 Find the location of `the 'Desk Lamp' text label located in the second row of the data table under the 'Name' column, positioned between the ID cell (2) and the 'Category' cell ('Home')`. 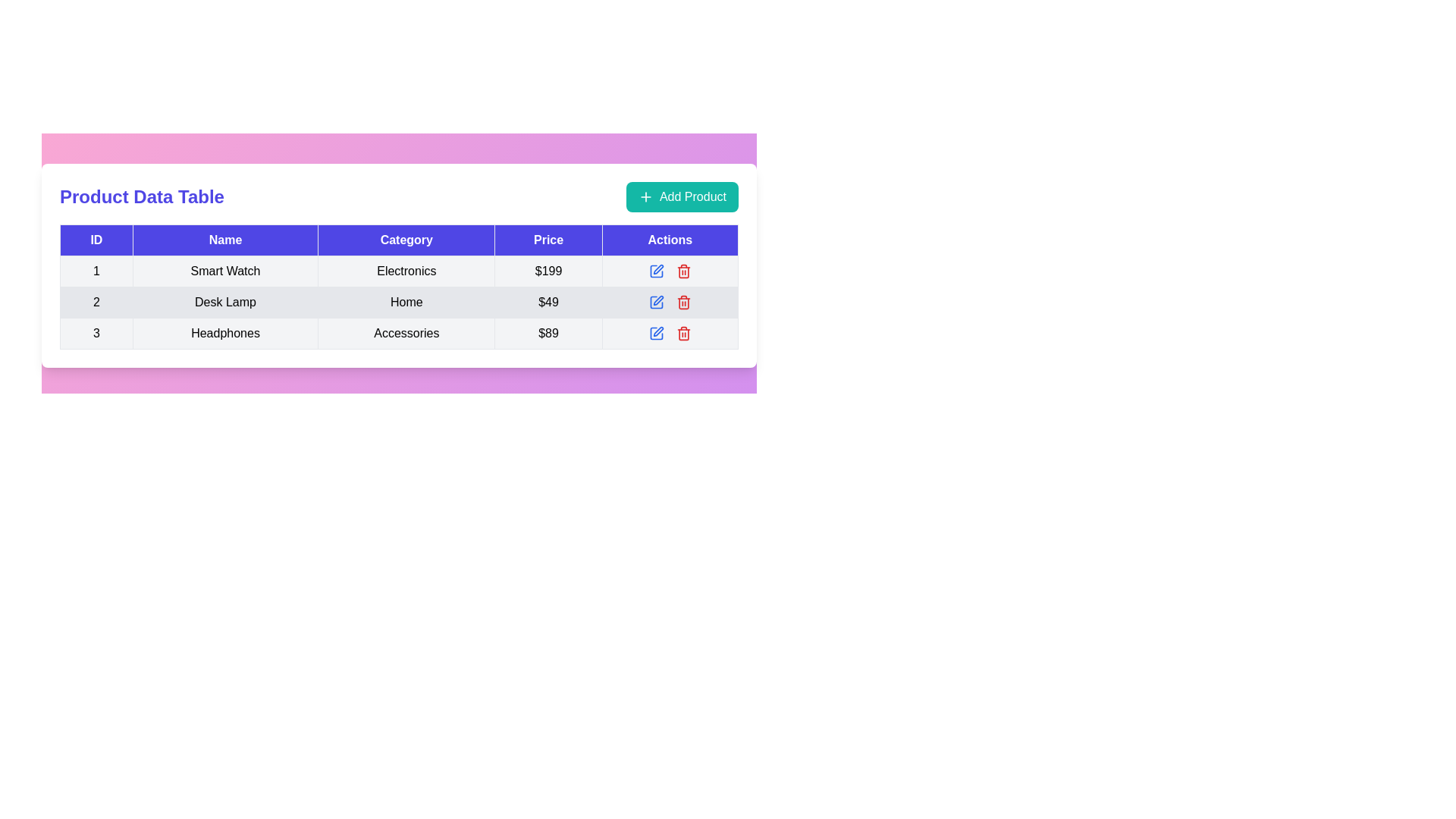

the 'Desk Lamp' text label located in the second row of the data table under the 'Name' column, positioned between the ID cell (2) and the 'Category' cell ('Home') is located at coordinates (224, 302).